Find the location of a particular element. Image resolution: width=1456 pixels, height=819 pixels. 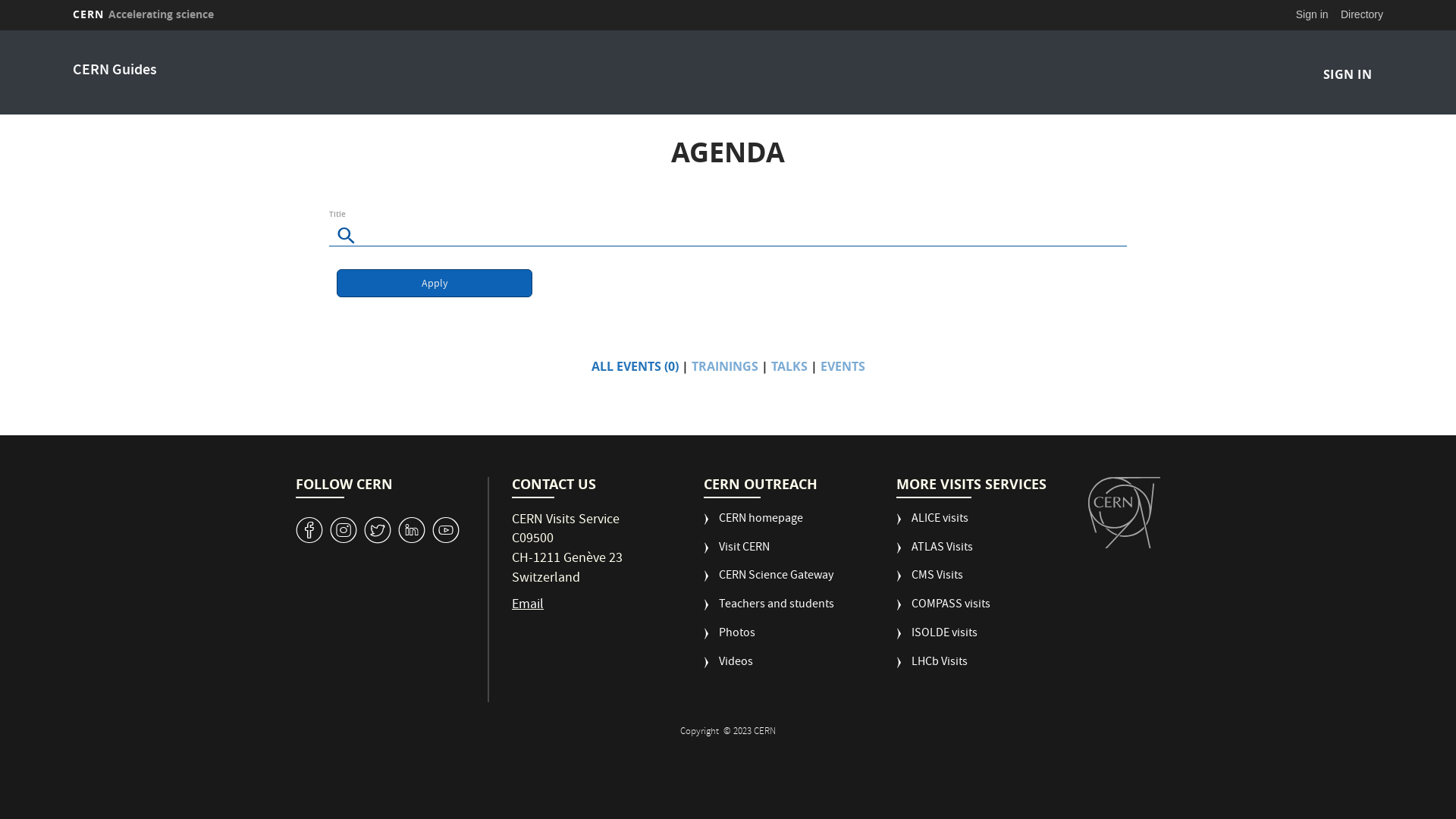

'CERN homepage' is located at coordinates (753, 525).